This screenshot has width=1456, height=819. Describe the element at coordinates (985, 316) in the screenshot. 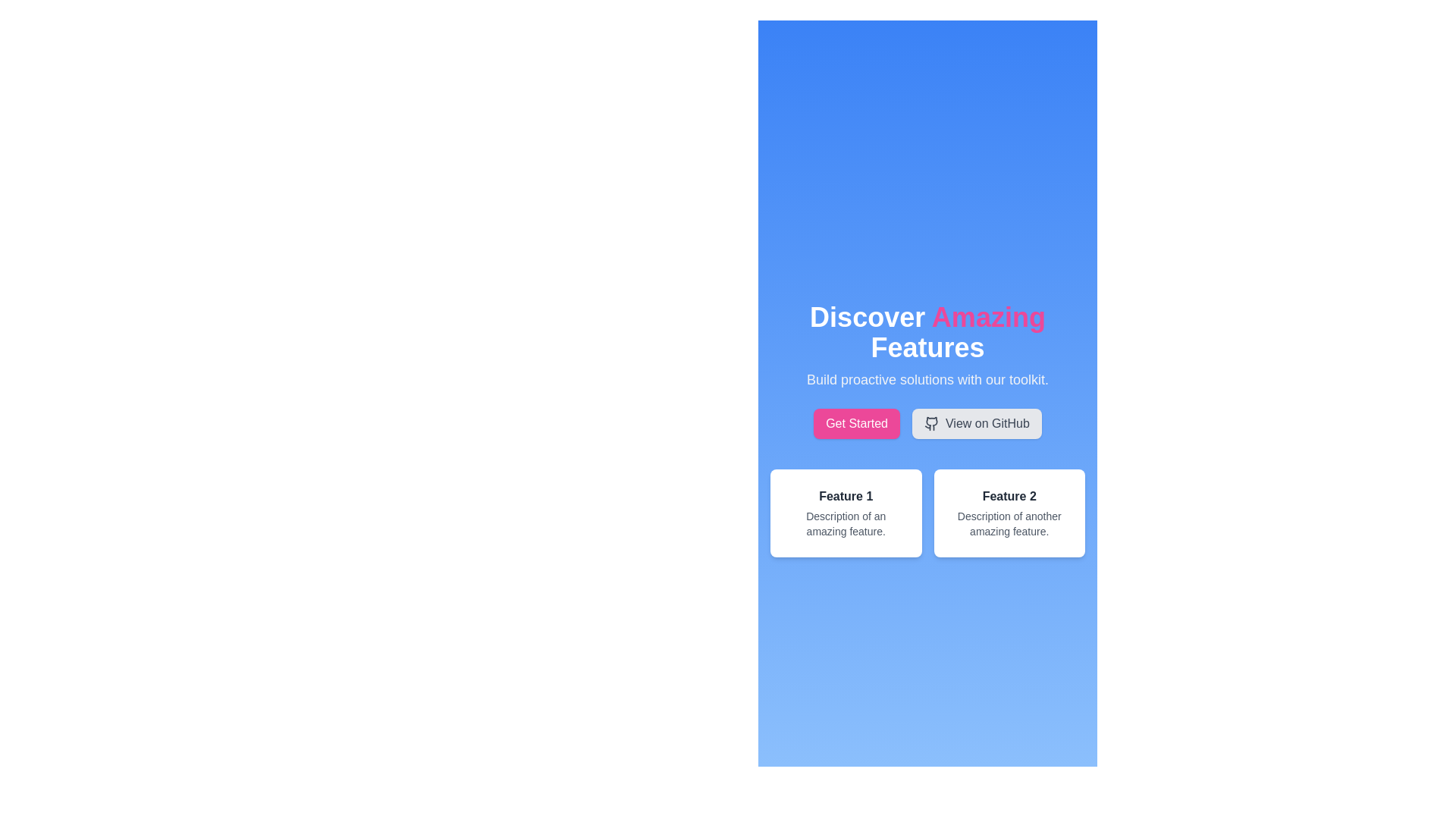

I see `the second word 'Amazing' in the heading 'Discover Amazing Features' located in the upper-middle of the layout` at that location.